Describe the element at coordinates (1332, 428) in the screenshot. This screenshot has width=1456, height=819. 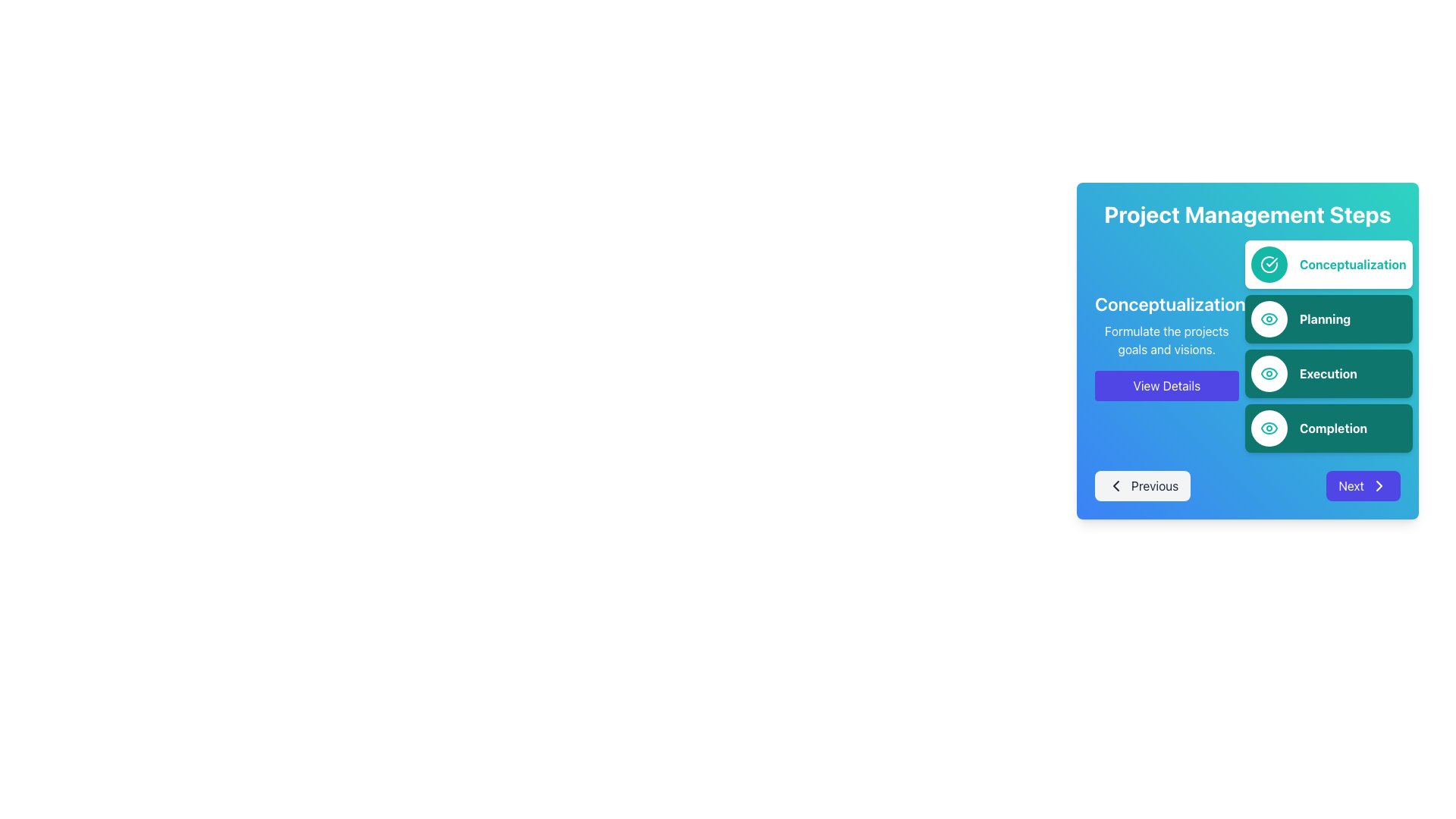
I see `the 'Completion' text label, which is displayed in bold white font against a green background` at that location.